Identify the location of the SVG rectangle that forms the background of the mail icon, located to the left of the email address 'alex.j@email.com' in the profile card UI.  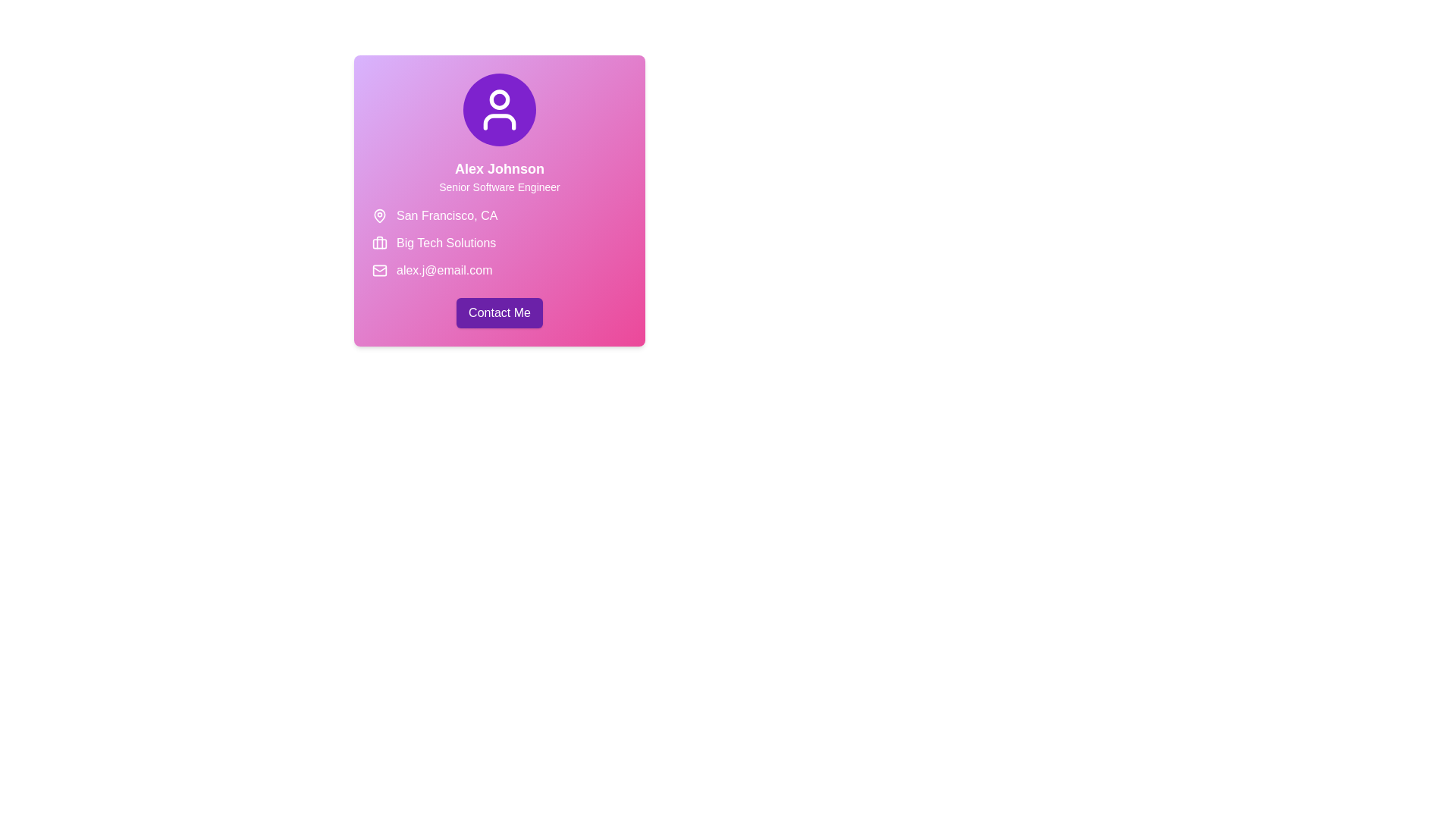
(379, 270).